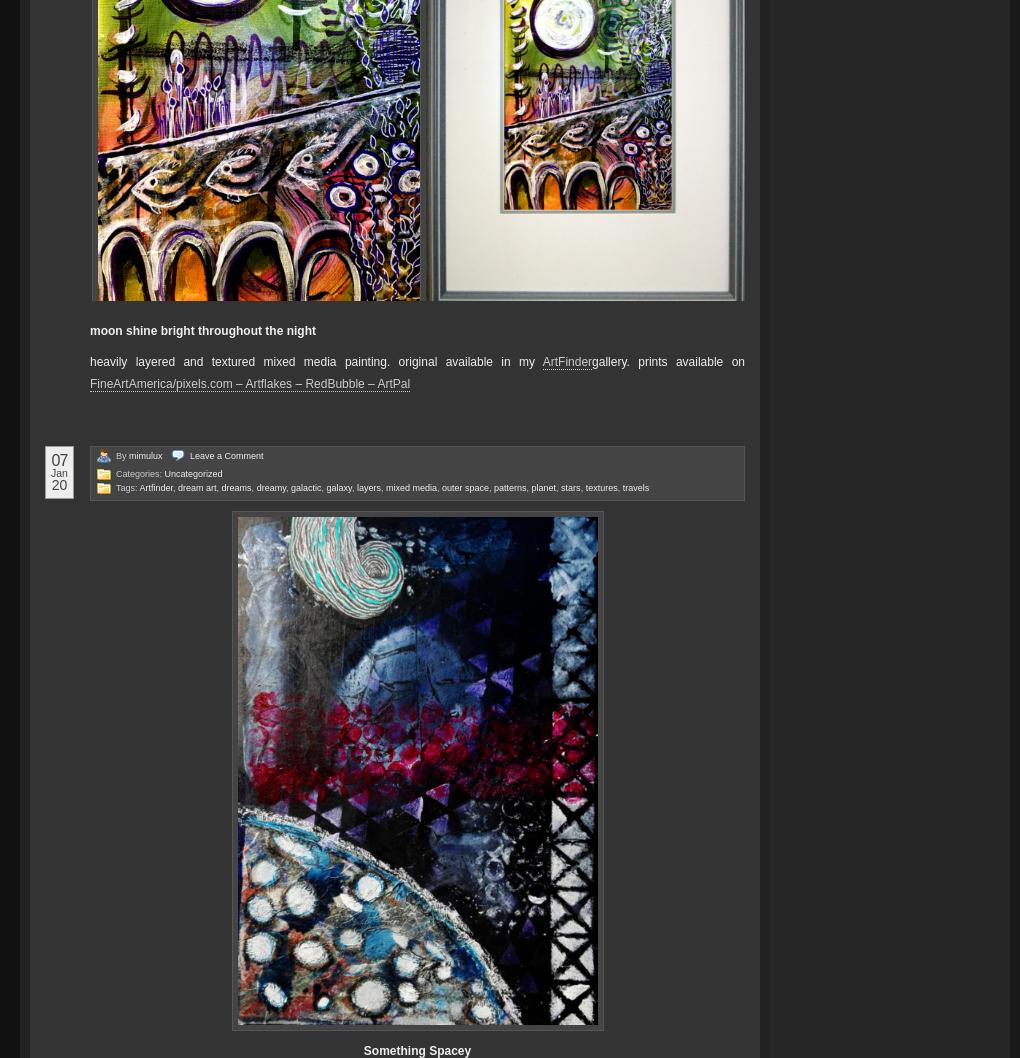  Describe the element at coordinates (338, 485) in the screenshot. I see `'galaxy'` at that location.